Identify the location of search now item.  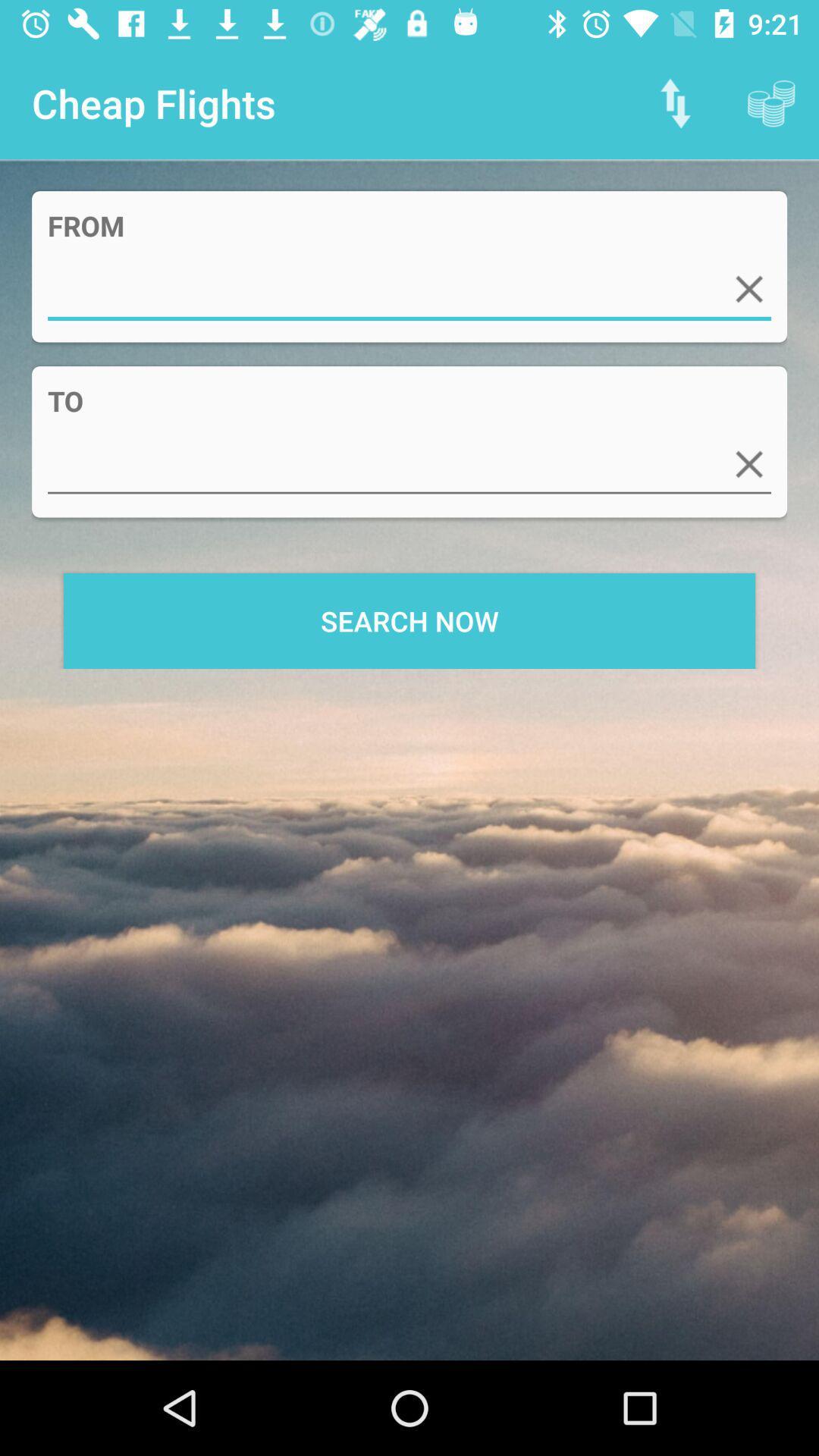
(409, 621).